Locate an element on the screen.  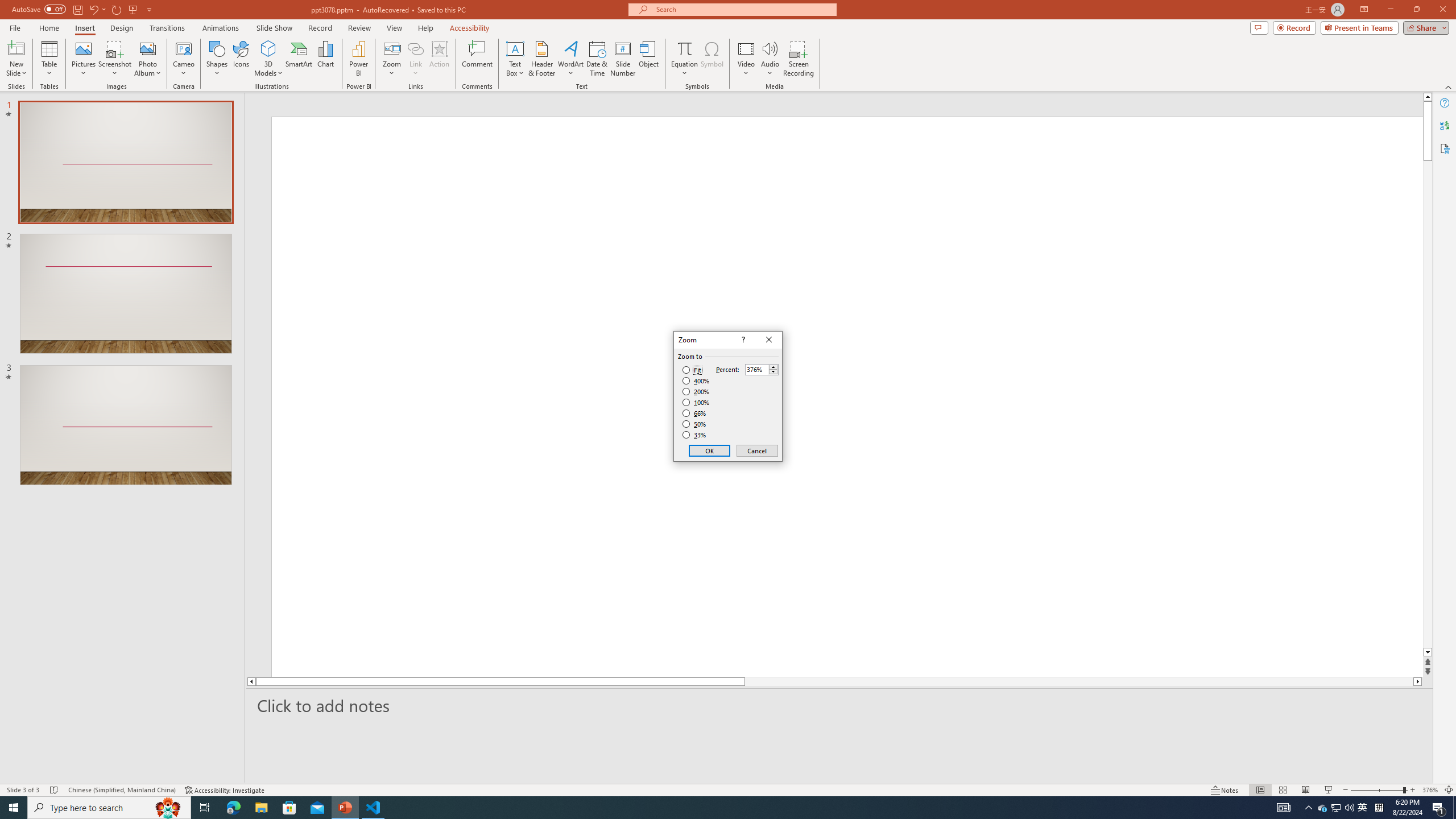
'Action' is located at coordinates (440, 59).